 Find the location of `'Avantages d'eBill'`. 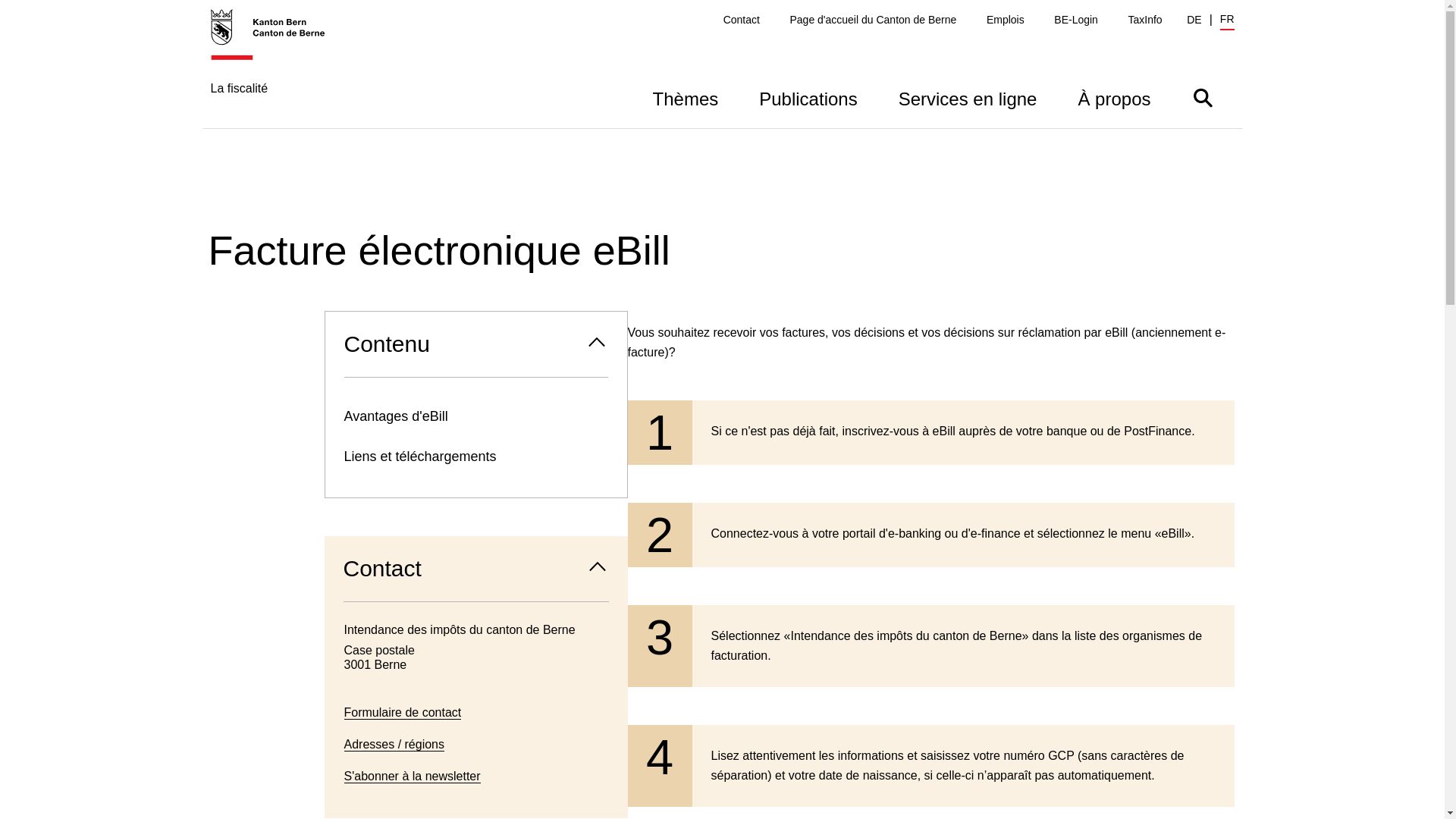

'Avantages d'eBill' is located at coordinates (475, 416).